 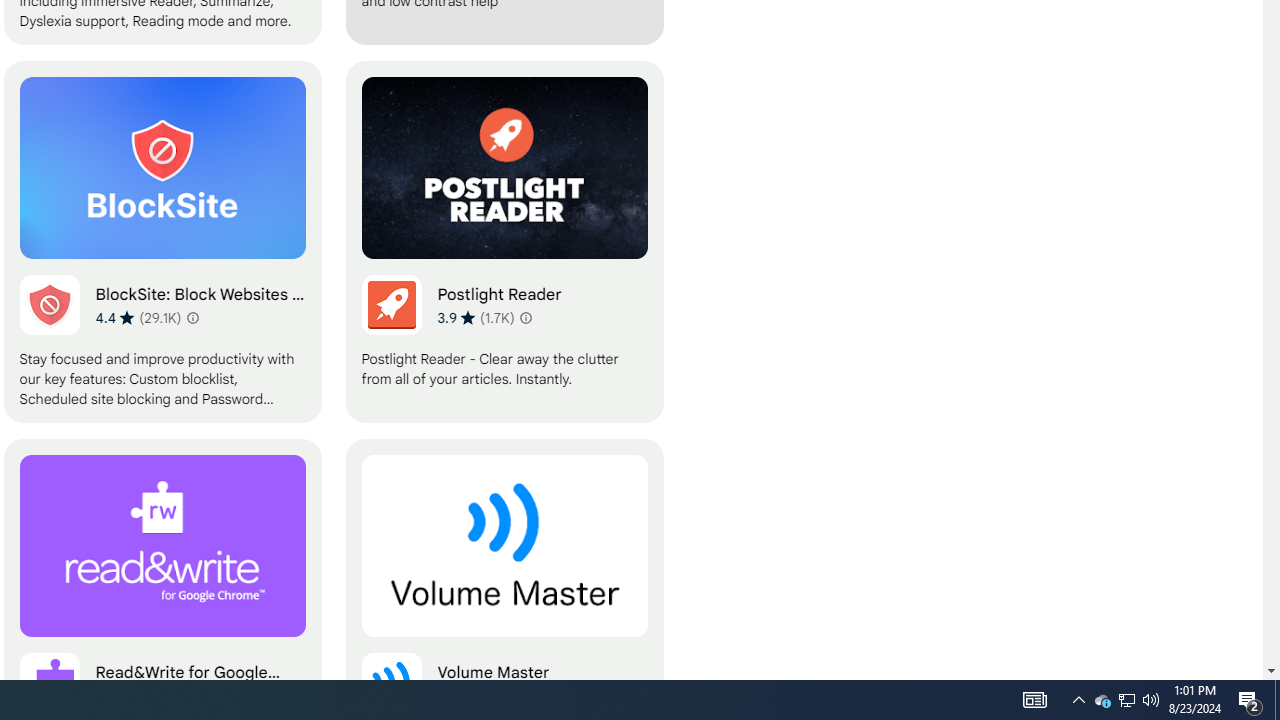 I want to click on 'Average rating 4.4 out of 5 stars. 29.1K ratings.', so click(x=137, y=316).